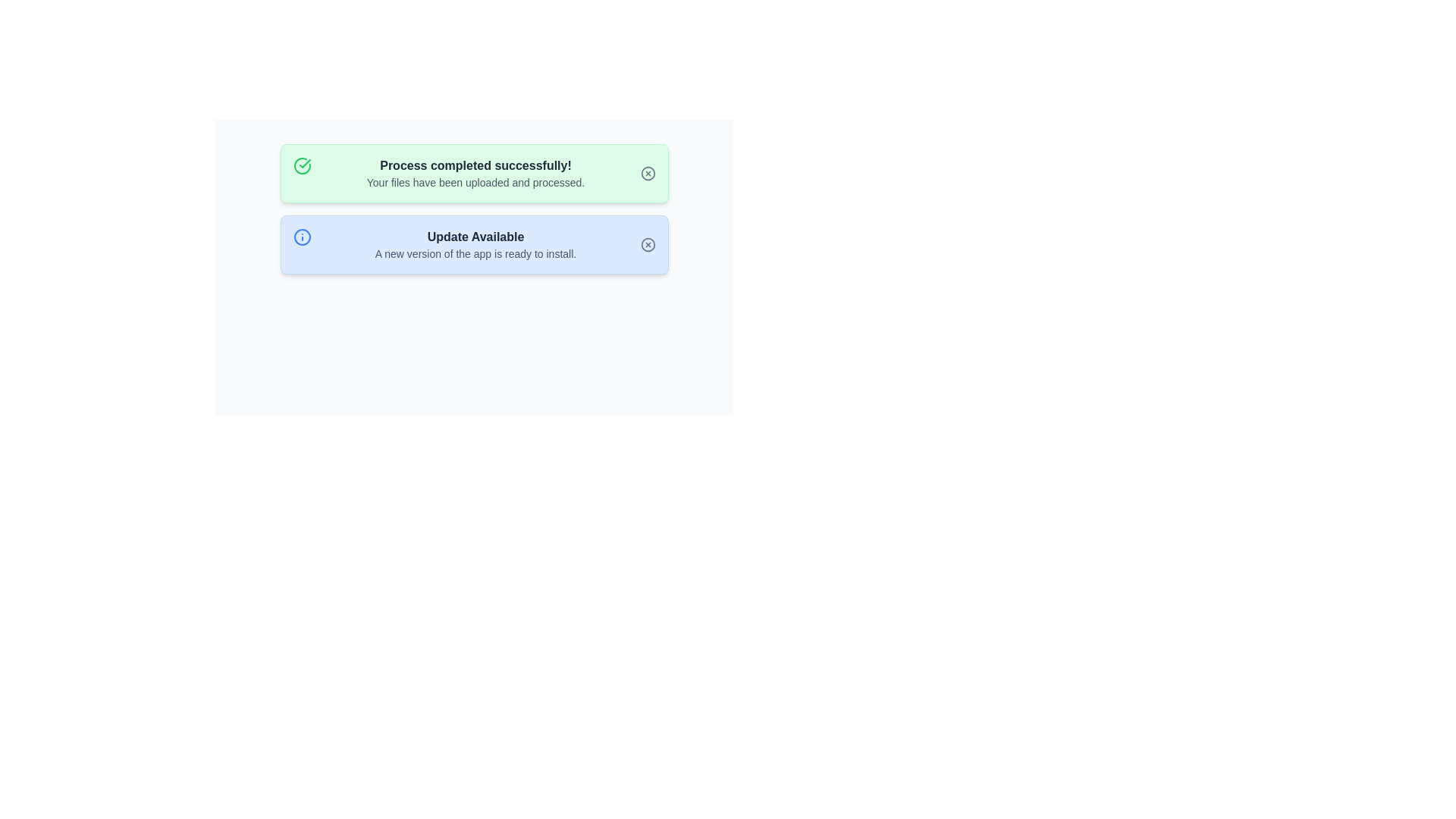  What do you see at coordinates (648, 172) in the screenshot?
I see `the close button on the right side of the notification box with a green background that indicates 'Process completed successfully!'` at bounding box center [648, 172].